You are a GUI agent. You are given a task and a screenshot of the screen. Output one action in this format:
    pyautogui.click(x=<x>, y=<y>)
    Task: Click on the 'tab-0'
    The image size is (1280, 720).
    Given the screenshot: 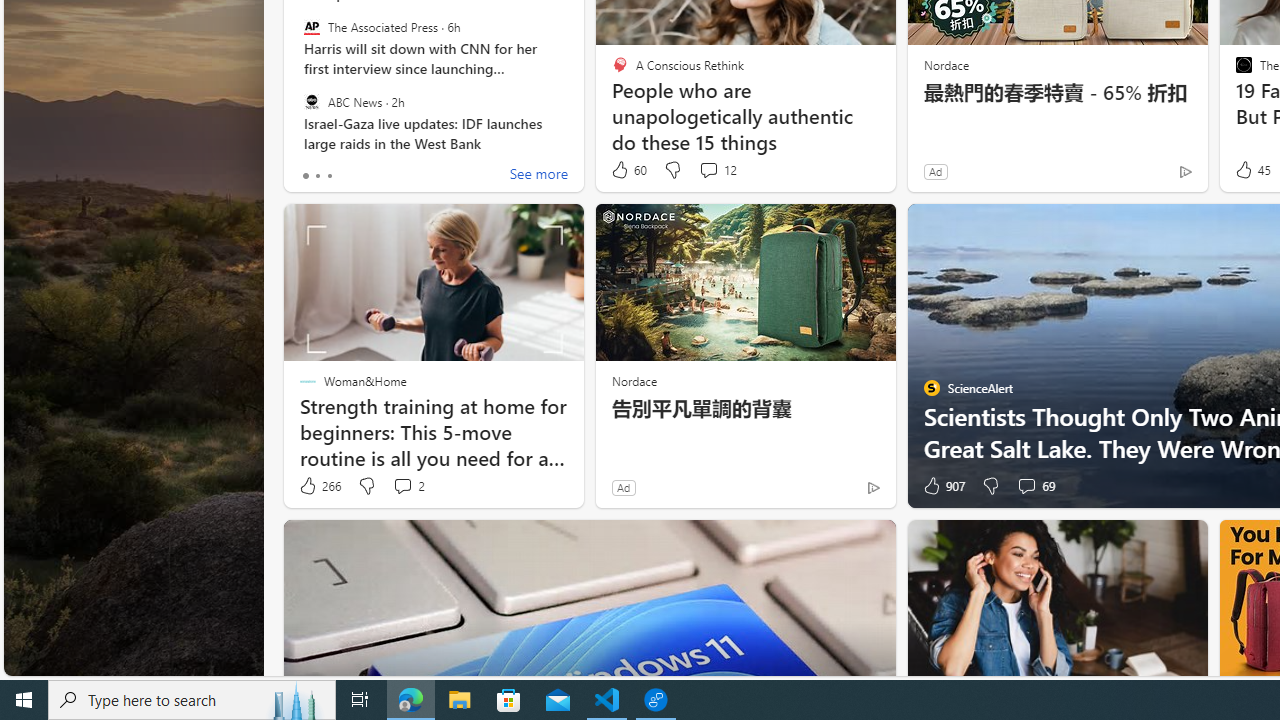 What is the action you would take?
    pyautogui.click(x=304, y=175)
    